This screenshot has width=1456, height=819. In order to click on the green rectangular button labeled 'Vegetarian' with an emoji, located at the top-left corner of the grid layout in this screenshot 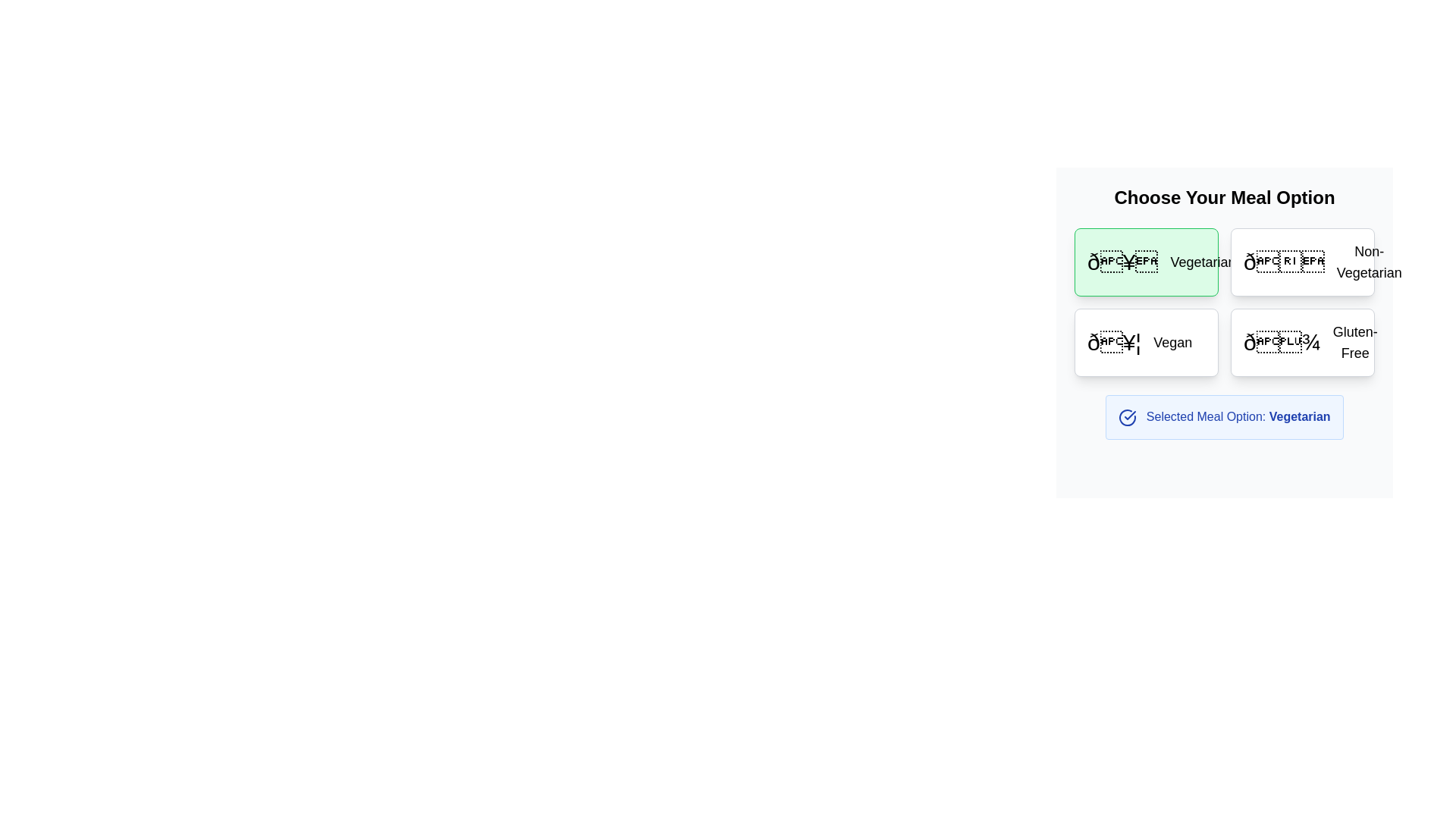, I will do `click(1147, 262)`.